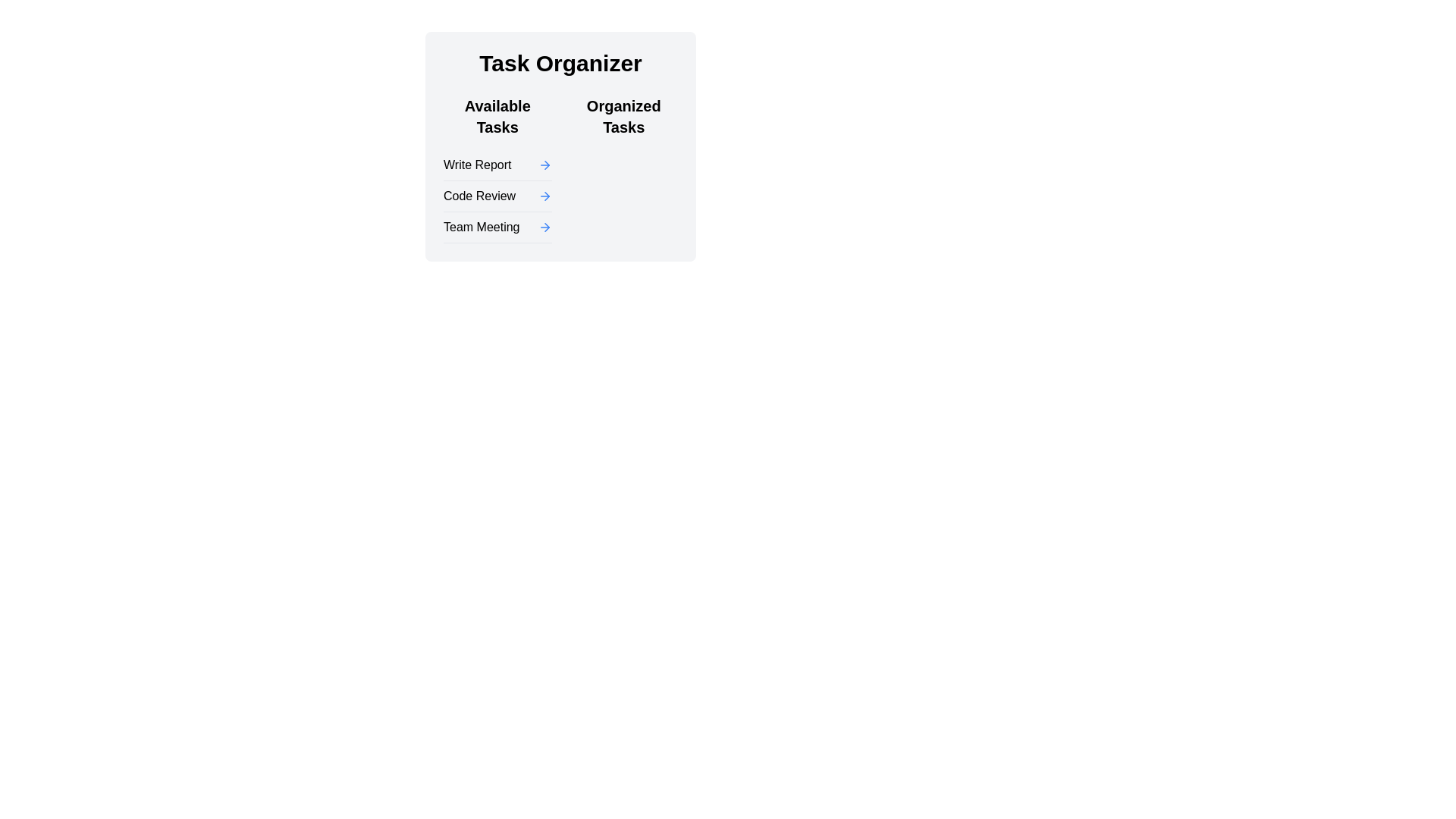  Describe the element at coordinates (623, 116) in the screenshot. I see `text content of the Text Label located in the upper-right region of the layout, adjacent to the task list` at that location.